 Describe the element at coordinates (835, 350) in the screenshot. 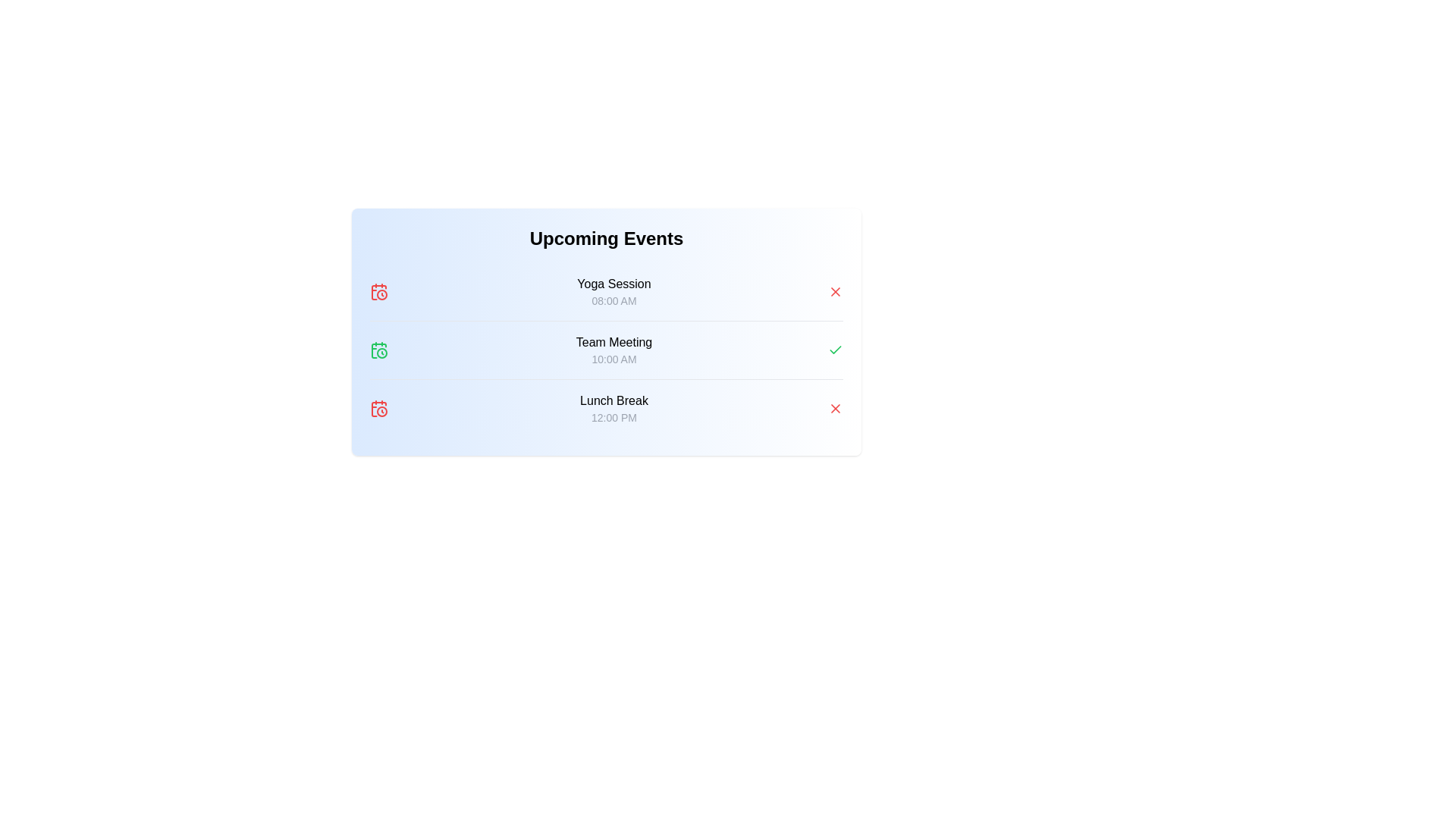

I see `green checkmark icon indicating a completed state within the 'Team Meeting' entry of the 'Upcoming Events' list, located to the right of '10:00 AM'` at that location.